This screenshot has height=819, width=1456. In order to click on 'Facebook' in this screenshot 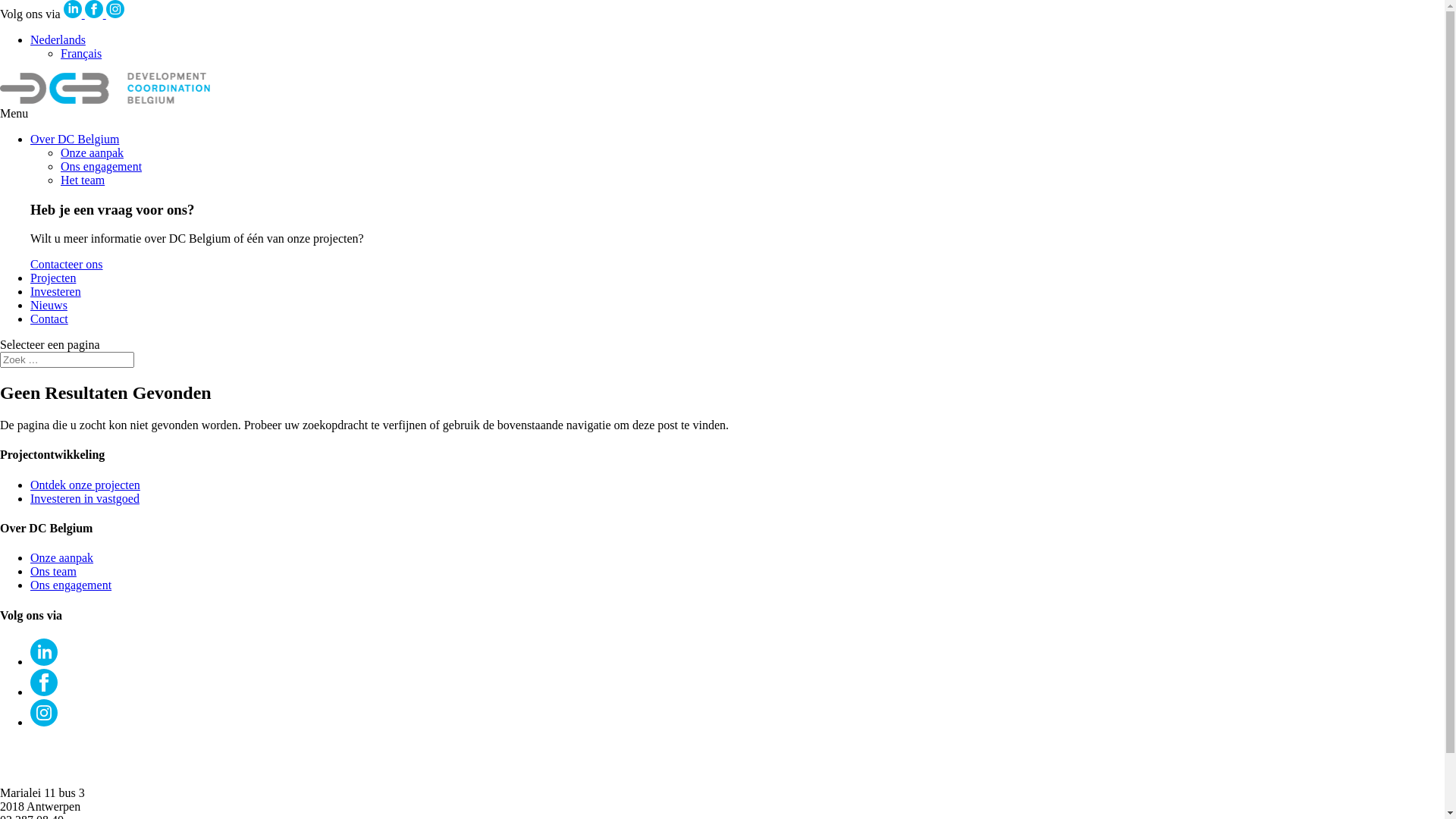, I will do `click(43, 692)`.